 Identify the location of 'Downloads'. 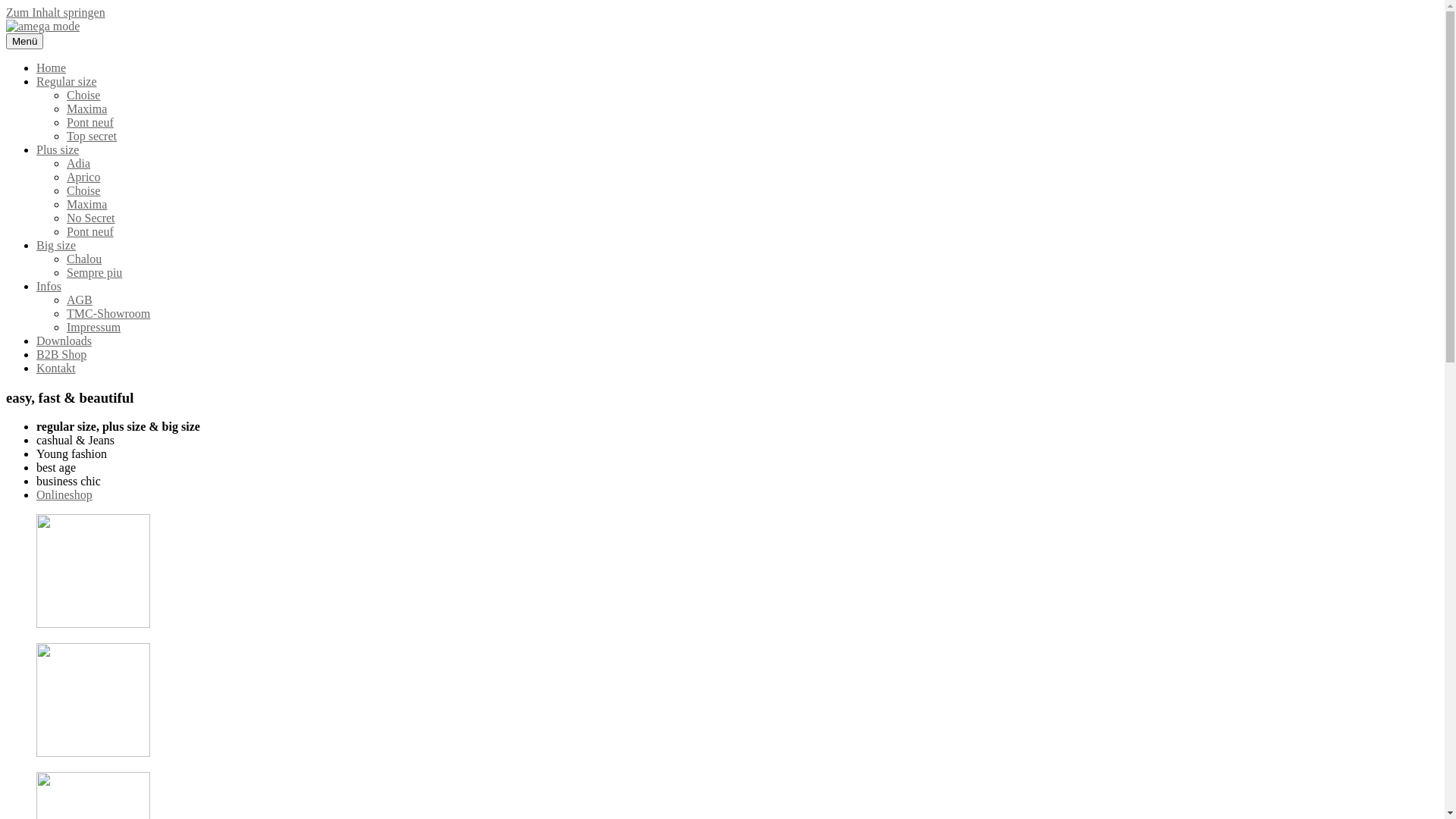
(63, 340).